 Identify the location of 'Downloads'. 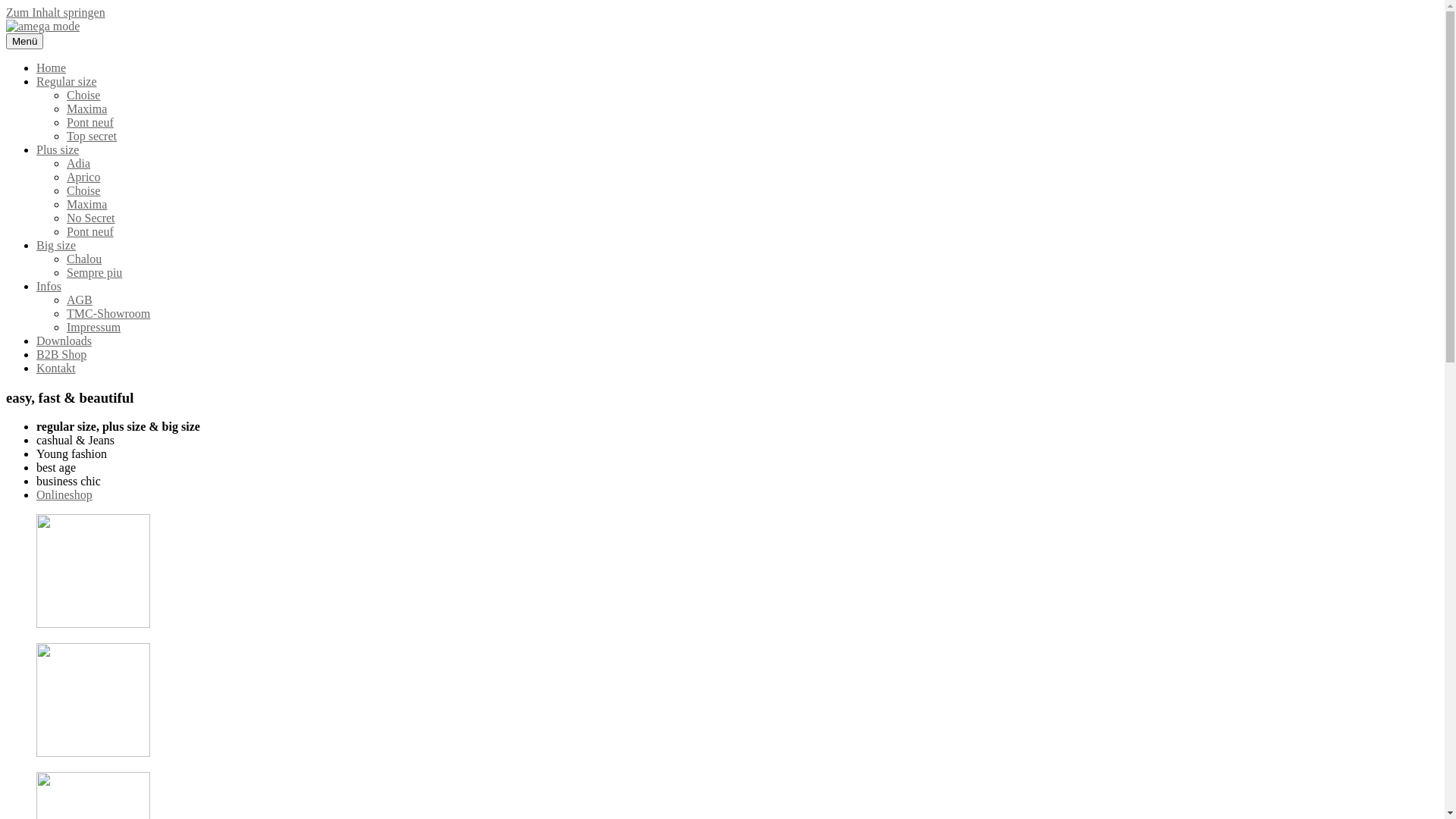
(63, 340).